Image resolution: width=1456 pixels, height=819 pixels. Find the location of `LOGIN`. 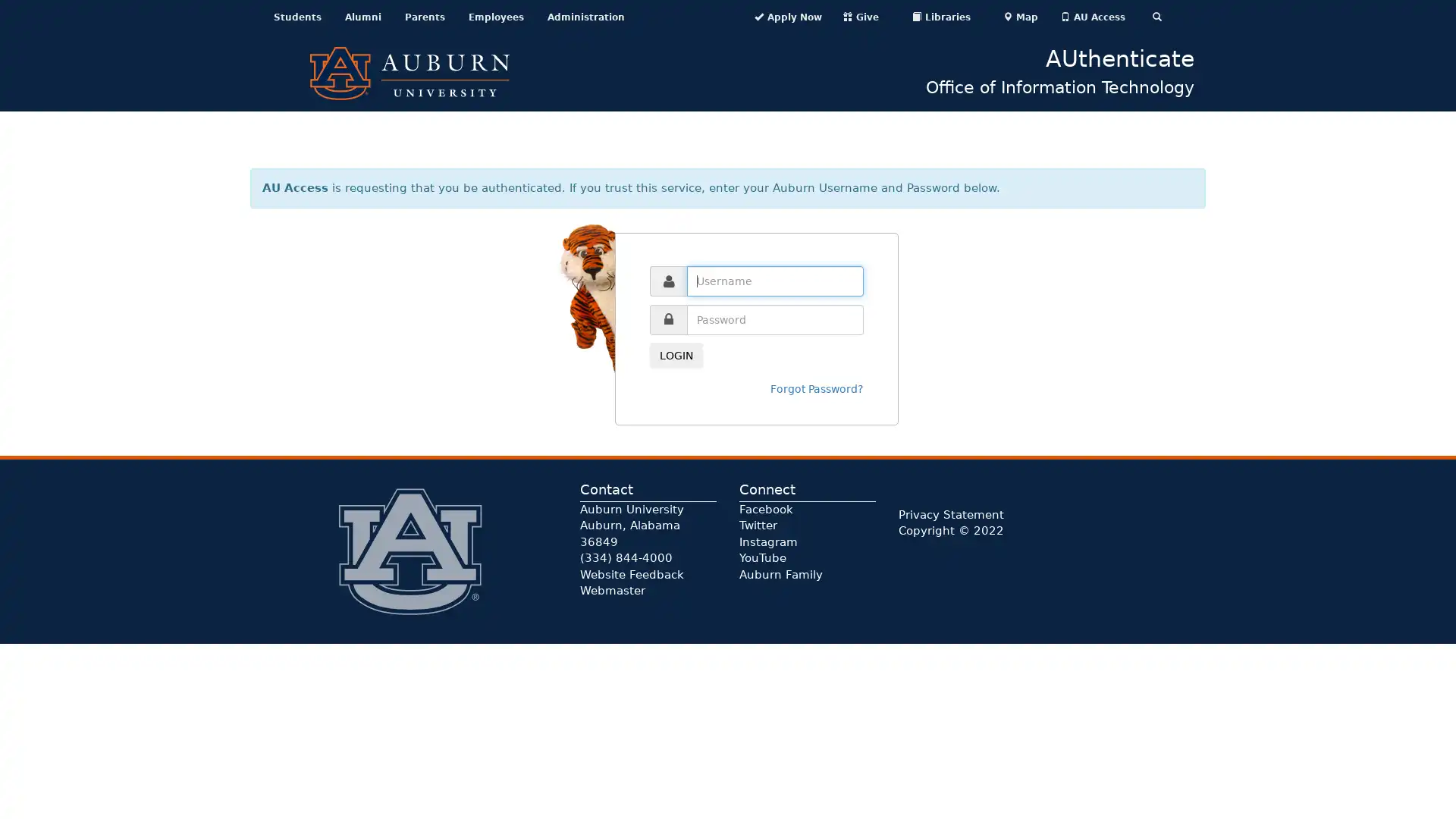

LOGIN is located at coordinates (676, 356).